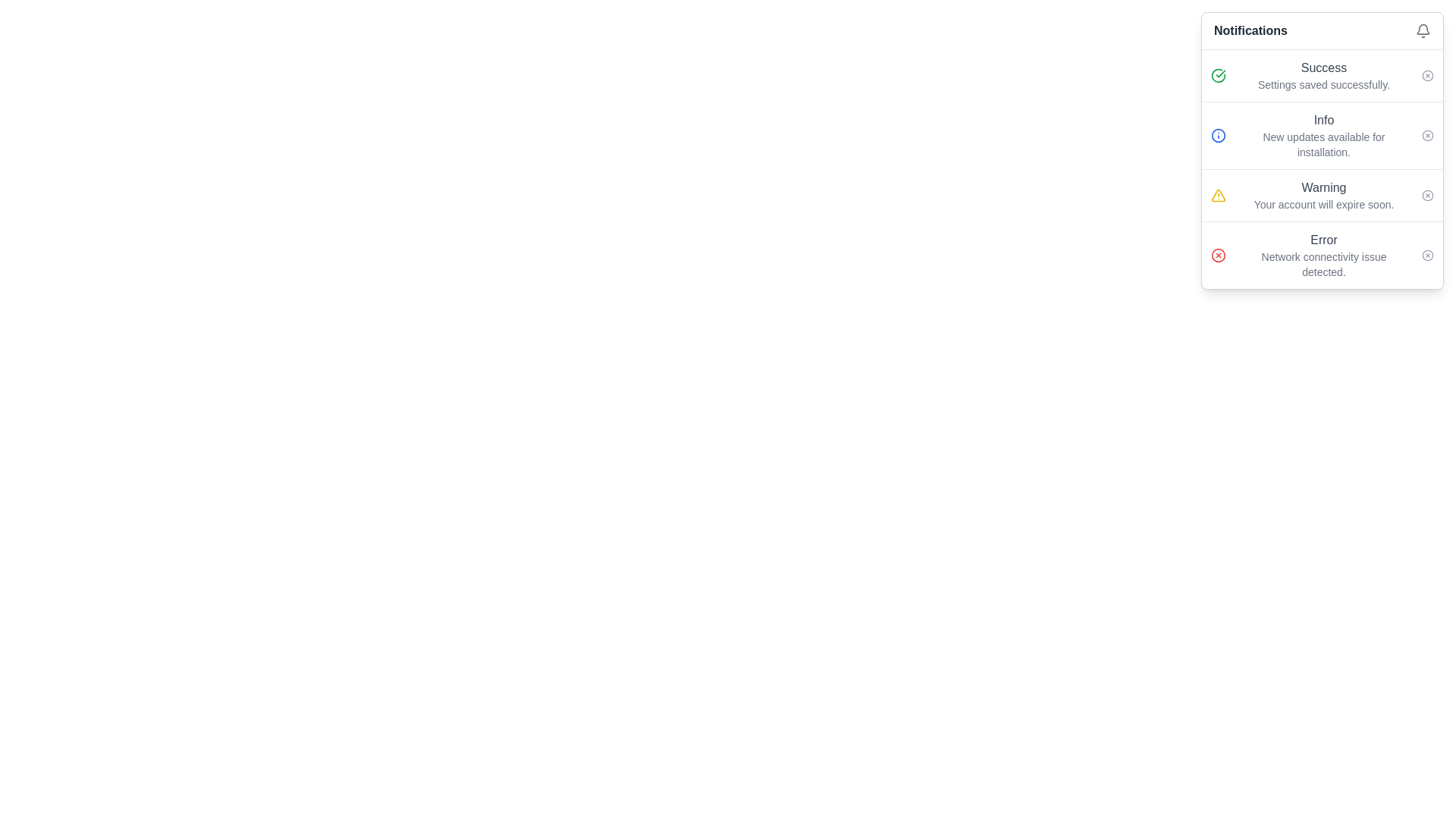  I want to click on the circular icon with a blue border and white background, which is part of the second notification entry associated with the text 'Info', so click(1219, 134).